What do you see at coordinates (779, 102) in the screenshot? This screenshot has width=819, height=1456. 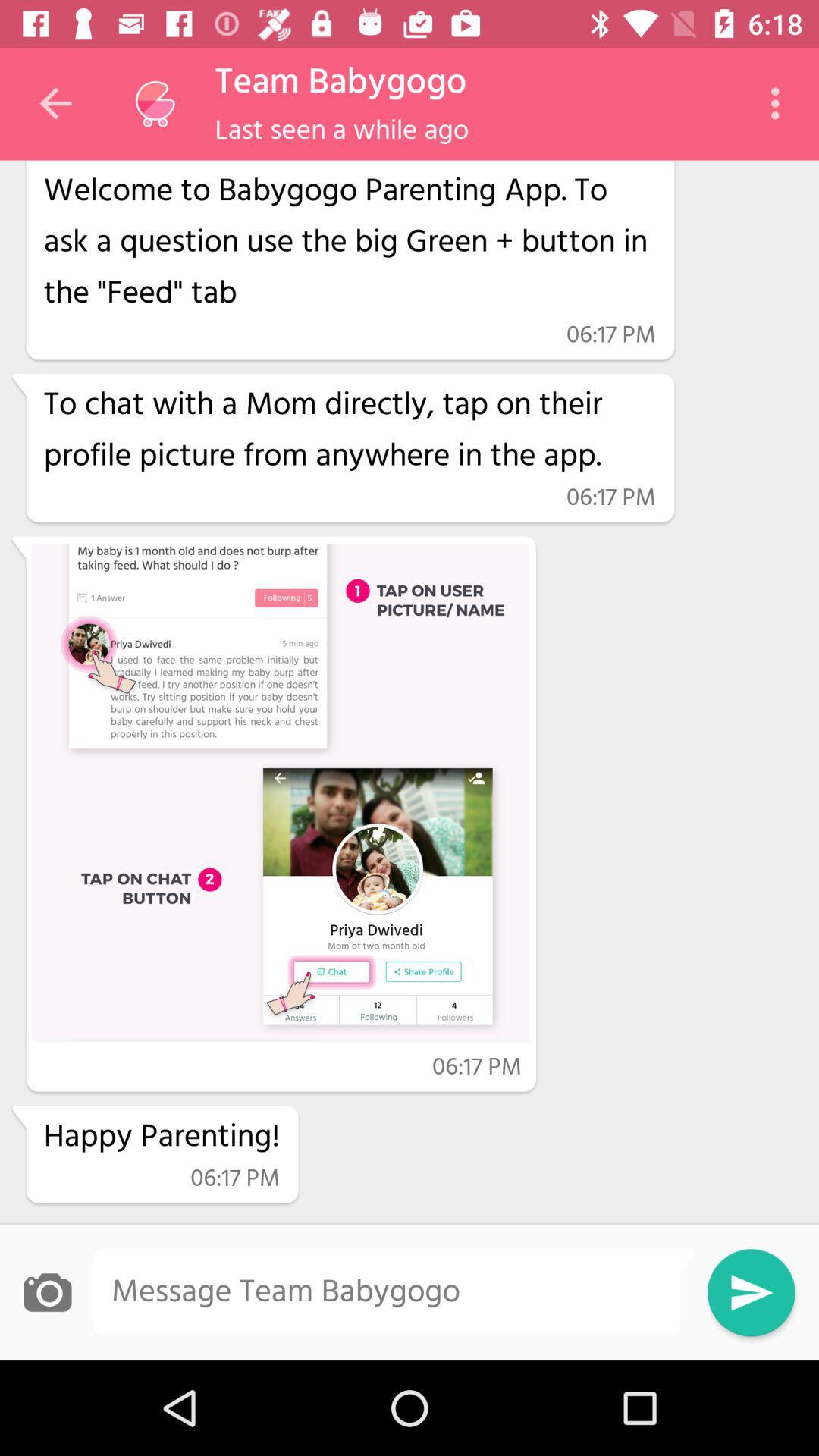 I see `icon to the right of the hi app crawler item` at bounding box center [779, 102].